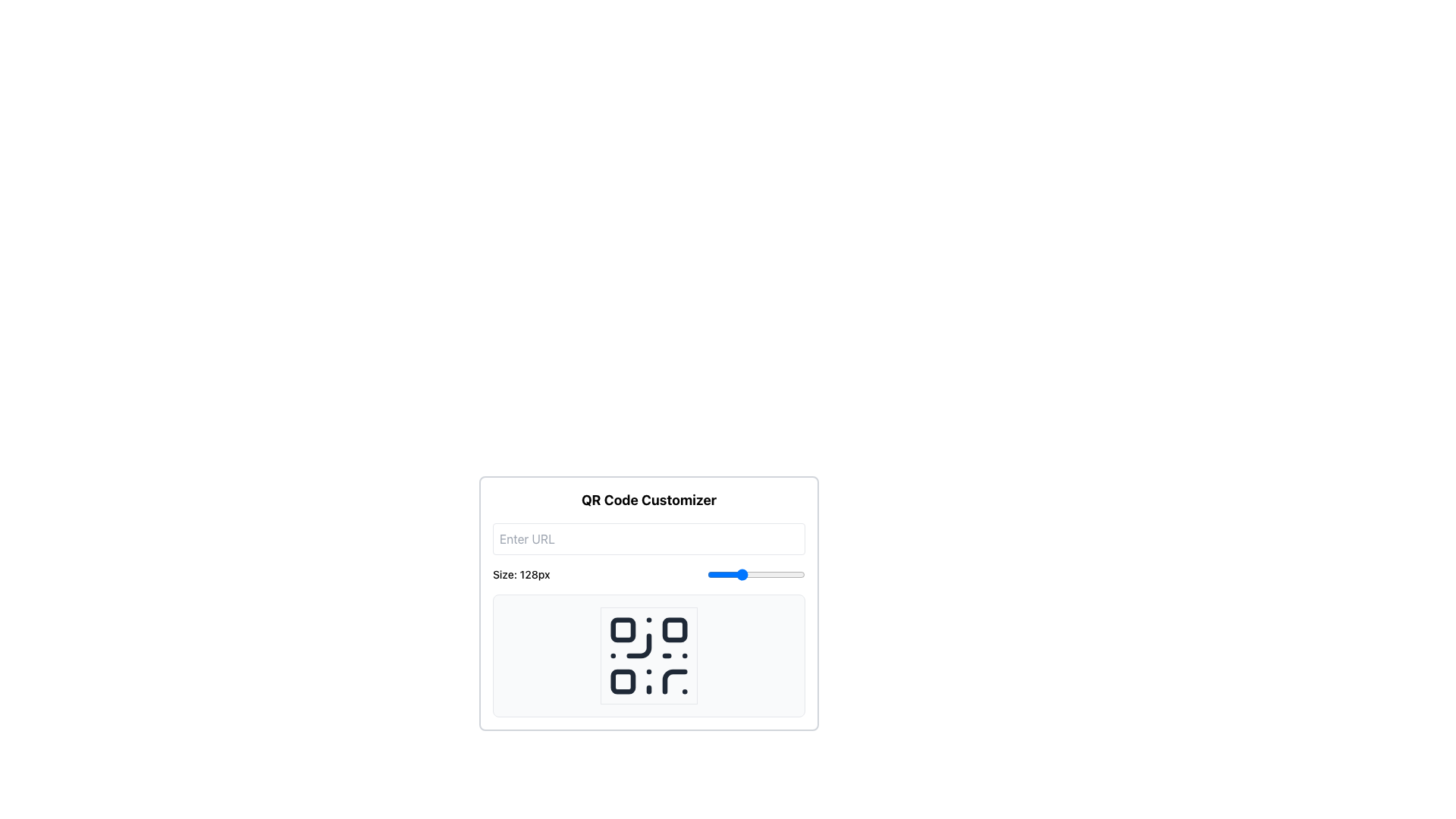 This screenshot has width=1456, height=819. What do you see at coordinates (768, 575) in the screenshot?
I see `the size` at bounding box center [768, 575].